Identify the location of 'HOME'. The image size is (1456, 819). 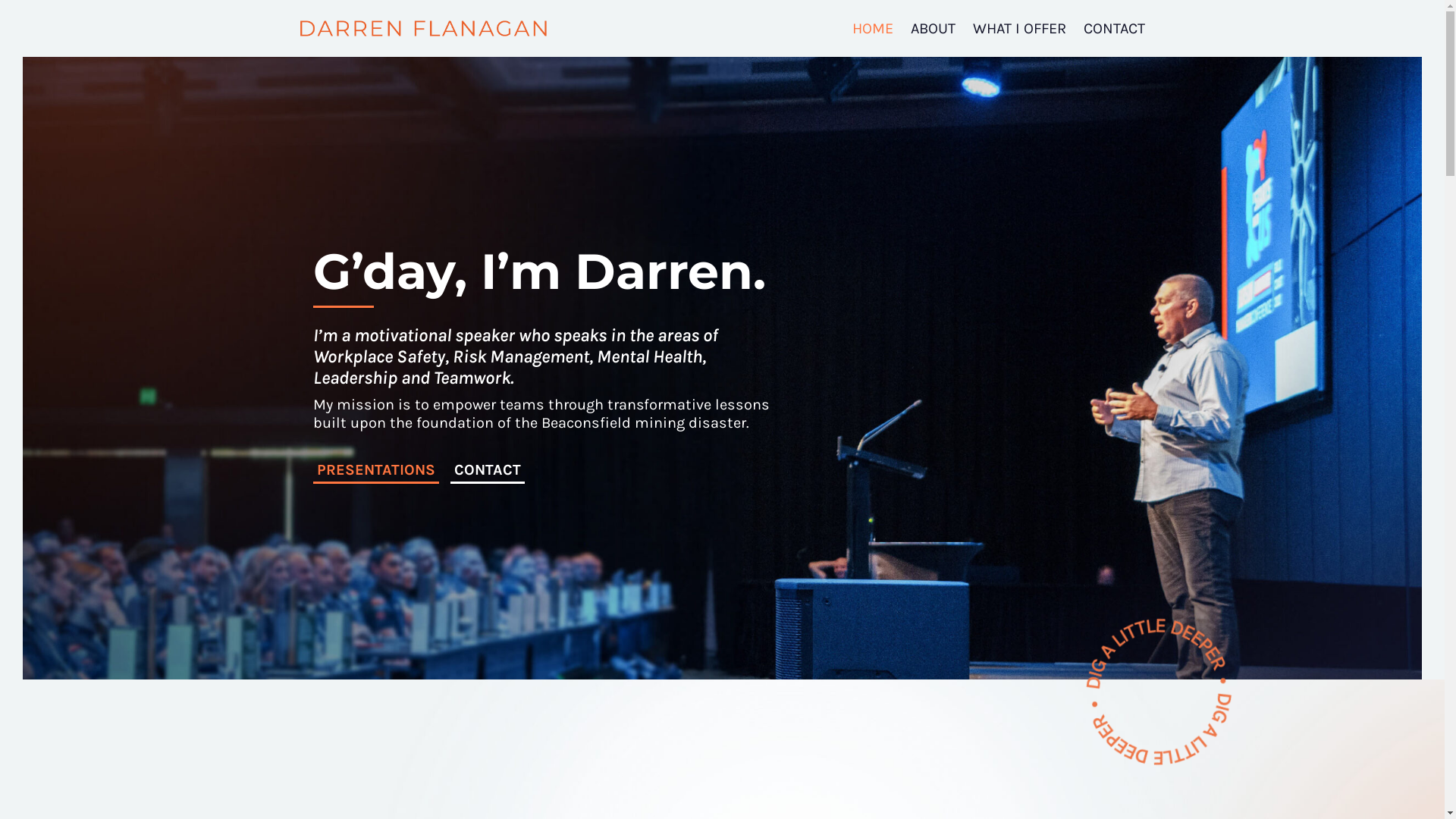
(873, 29).